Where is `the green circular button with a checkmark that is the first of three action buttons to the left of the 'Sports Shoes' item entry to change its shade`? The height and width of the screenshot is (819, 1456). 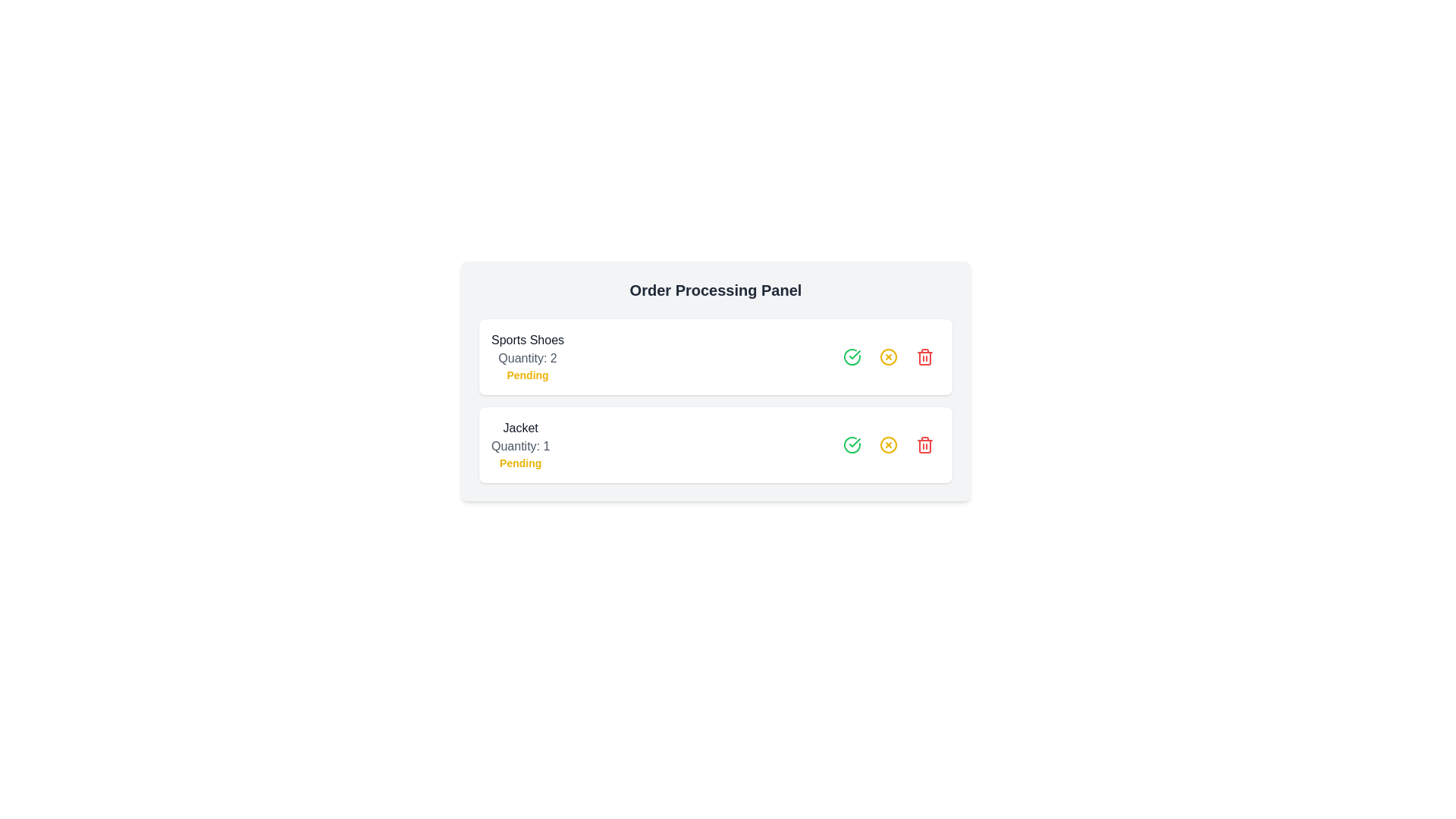
the green circular button with a checkmark that is the first of three action buttons to the left of the 'Sports Shoes' item entry to change its shade is located at coordinates (852, 356).